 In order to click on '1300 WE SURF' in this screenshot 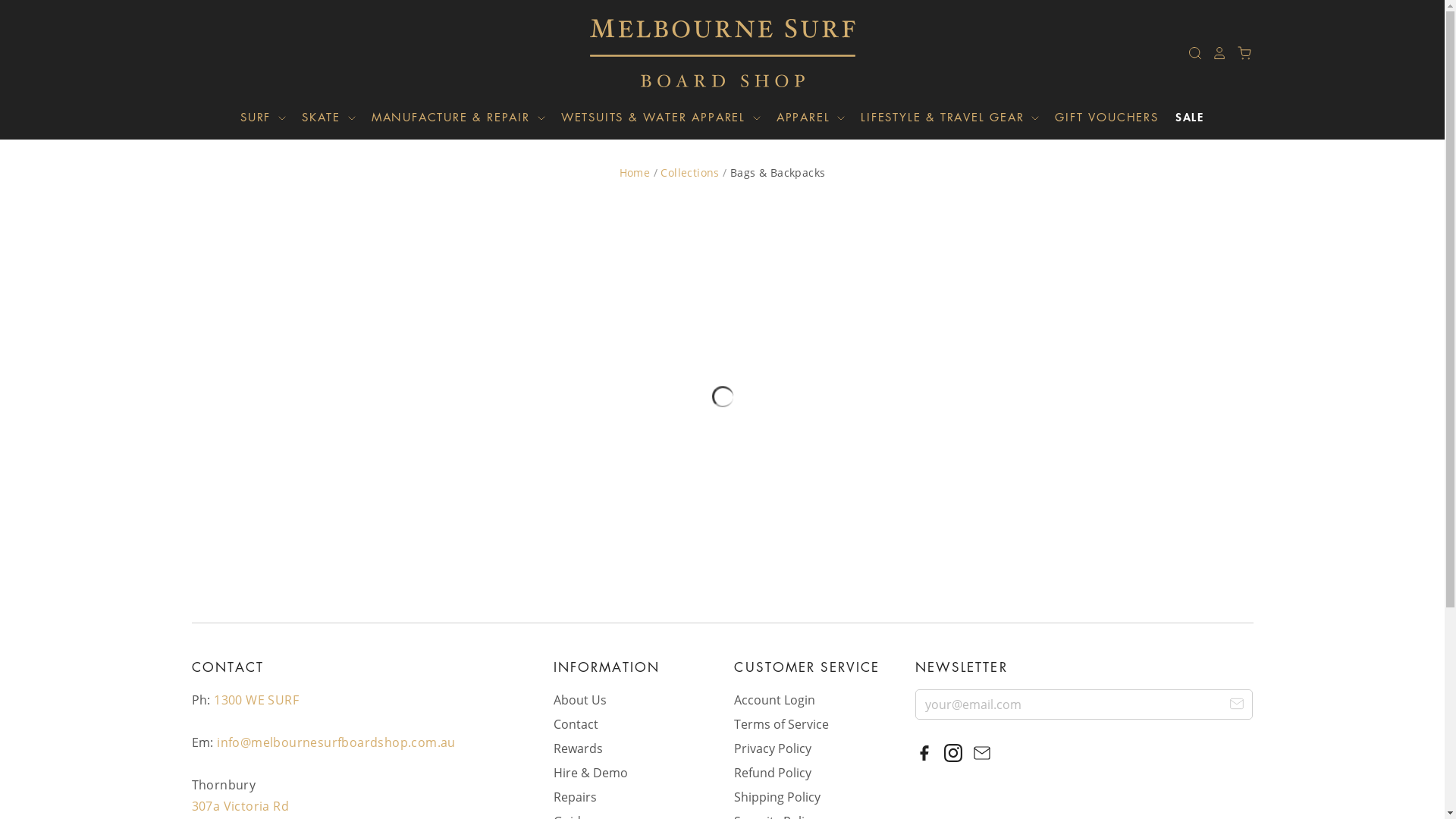, I will do `click(256, 699)`.